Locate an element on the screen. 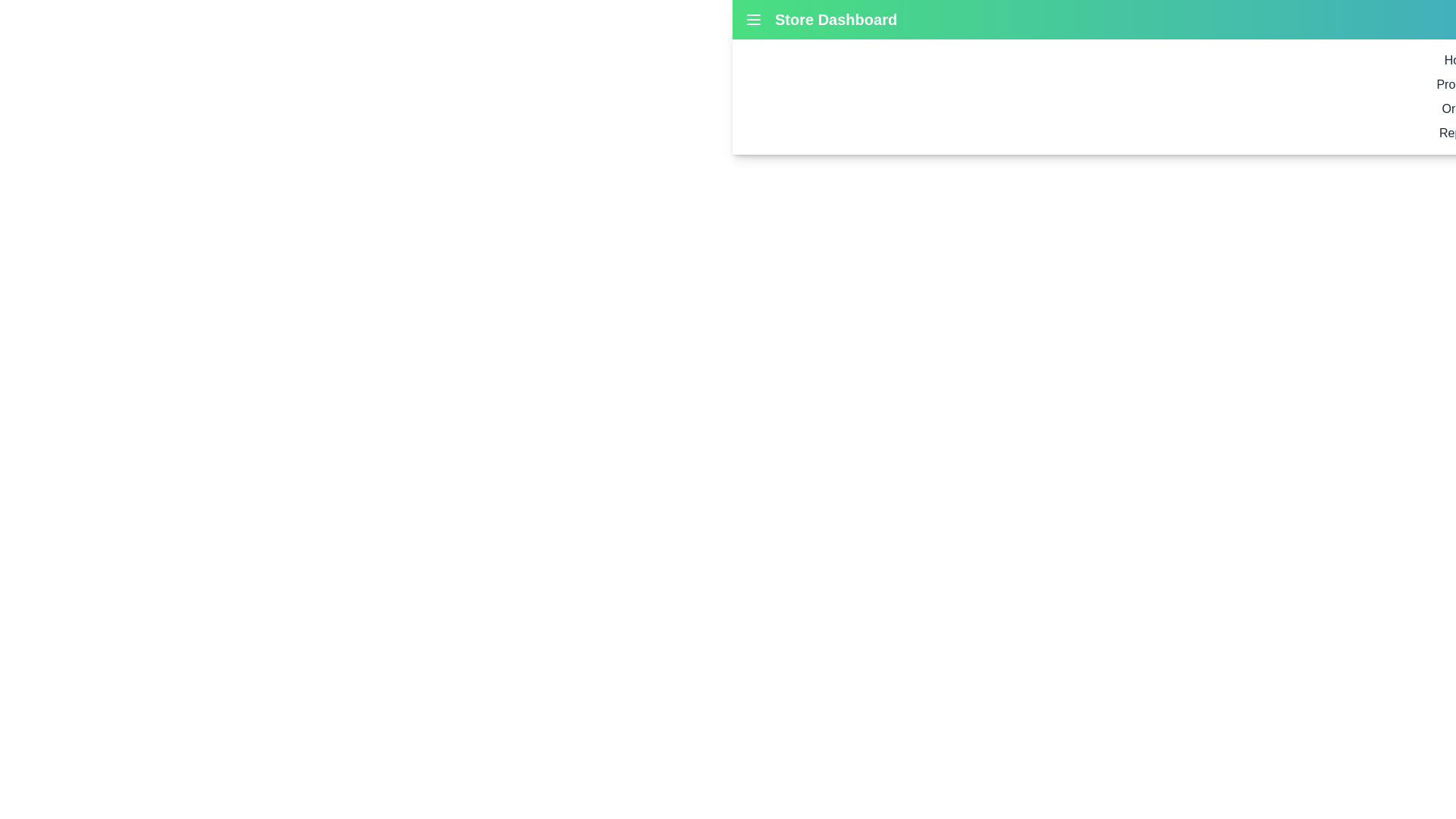  the 'Store Dashboard' text label element, which is styled with a bold, white font on a greenish background, located in the header bar of the application is located at coordinates (820, 20).